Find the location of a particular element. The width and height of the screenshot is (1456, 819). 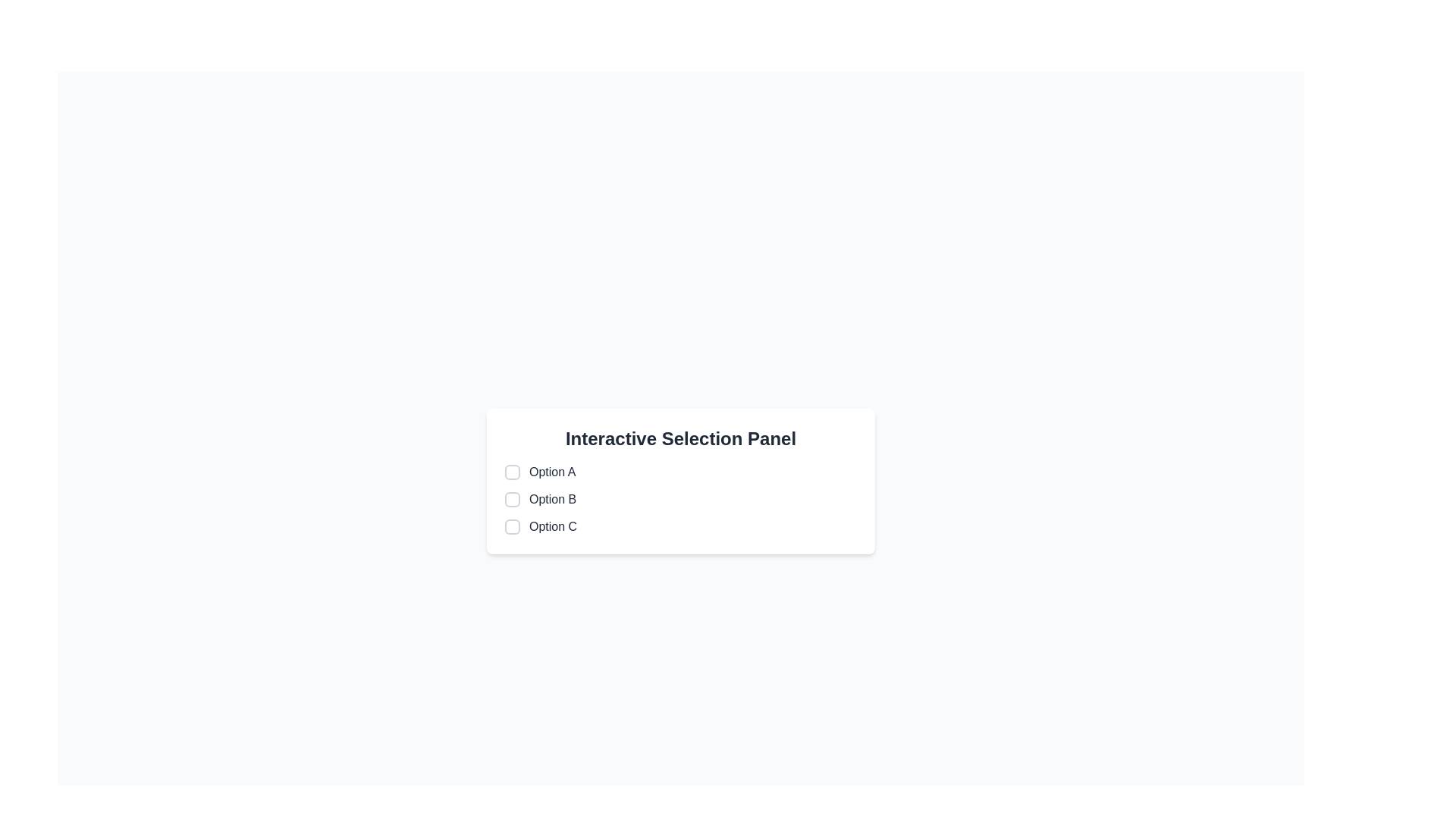

the unmarked checkbox located to the left of the text 'Option A' is located at coordinates (513, 472).